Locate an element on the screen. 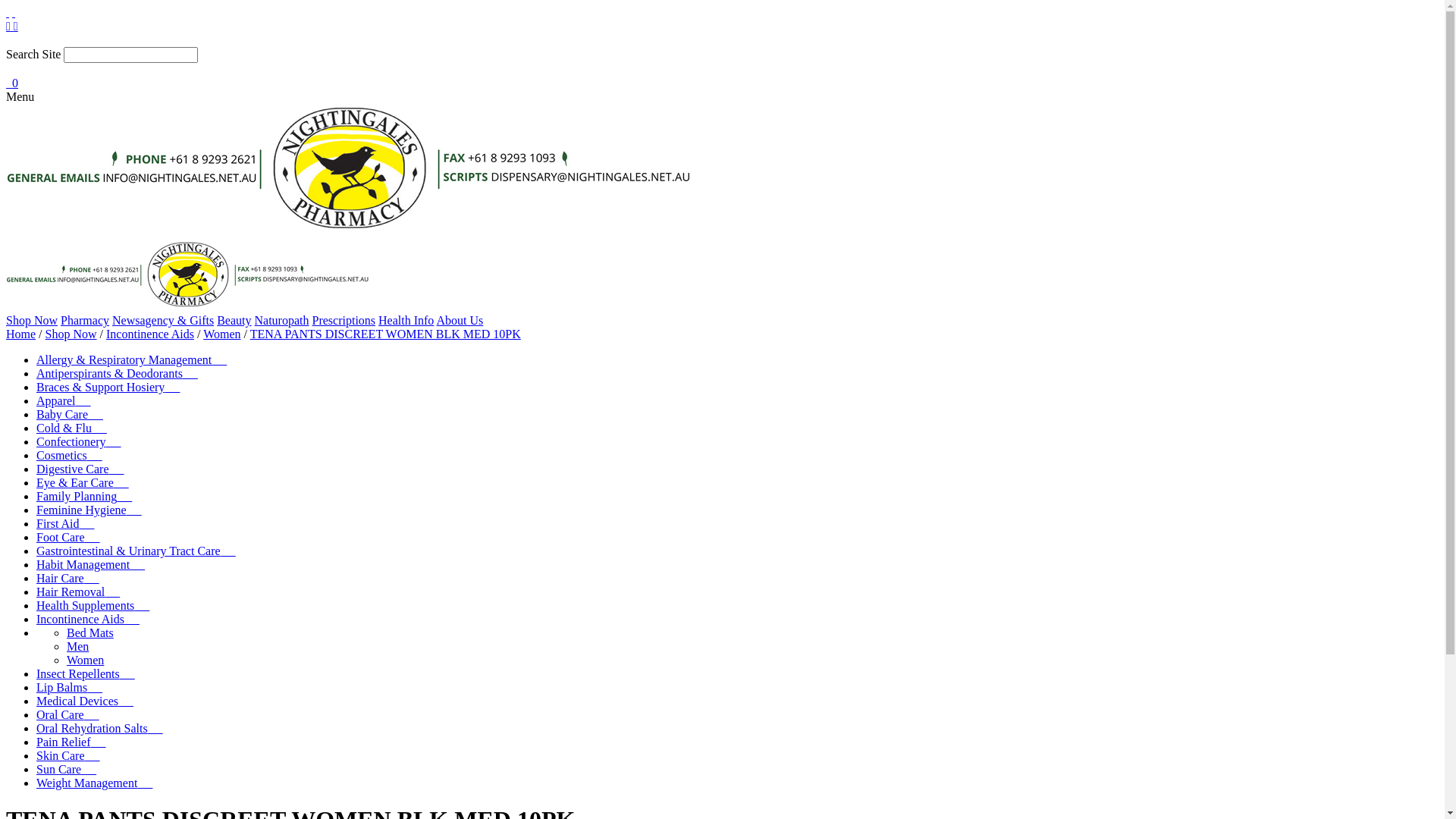  'Facebook' is located at coordinates (10, 26).